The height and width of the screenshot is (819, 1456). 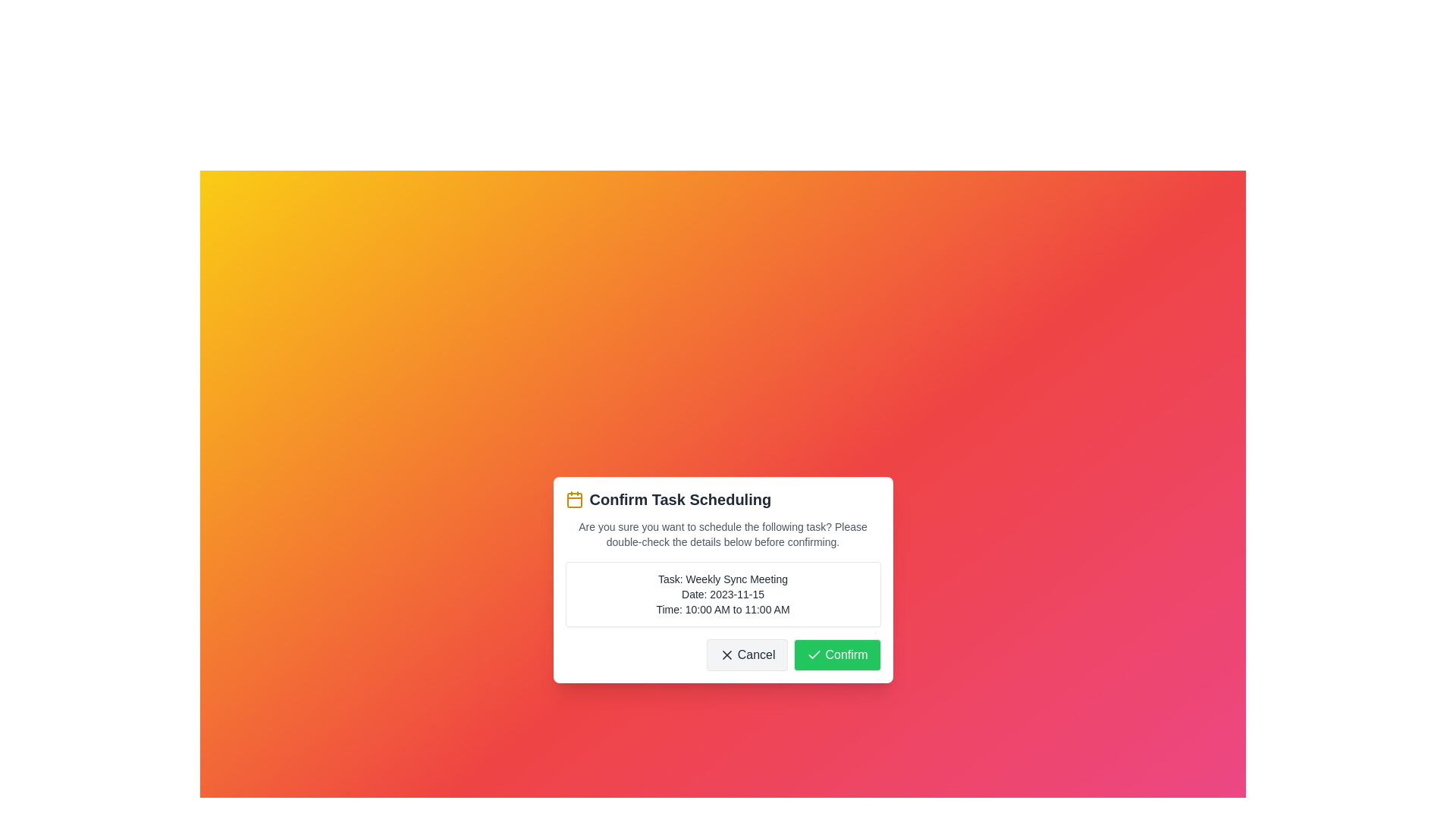 I want to click on the confirm button which contains the green checkmark icon, located in the bottom bar of the confirmation dialog, so click(x=814, y=654).